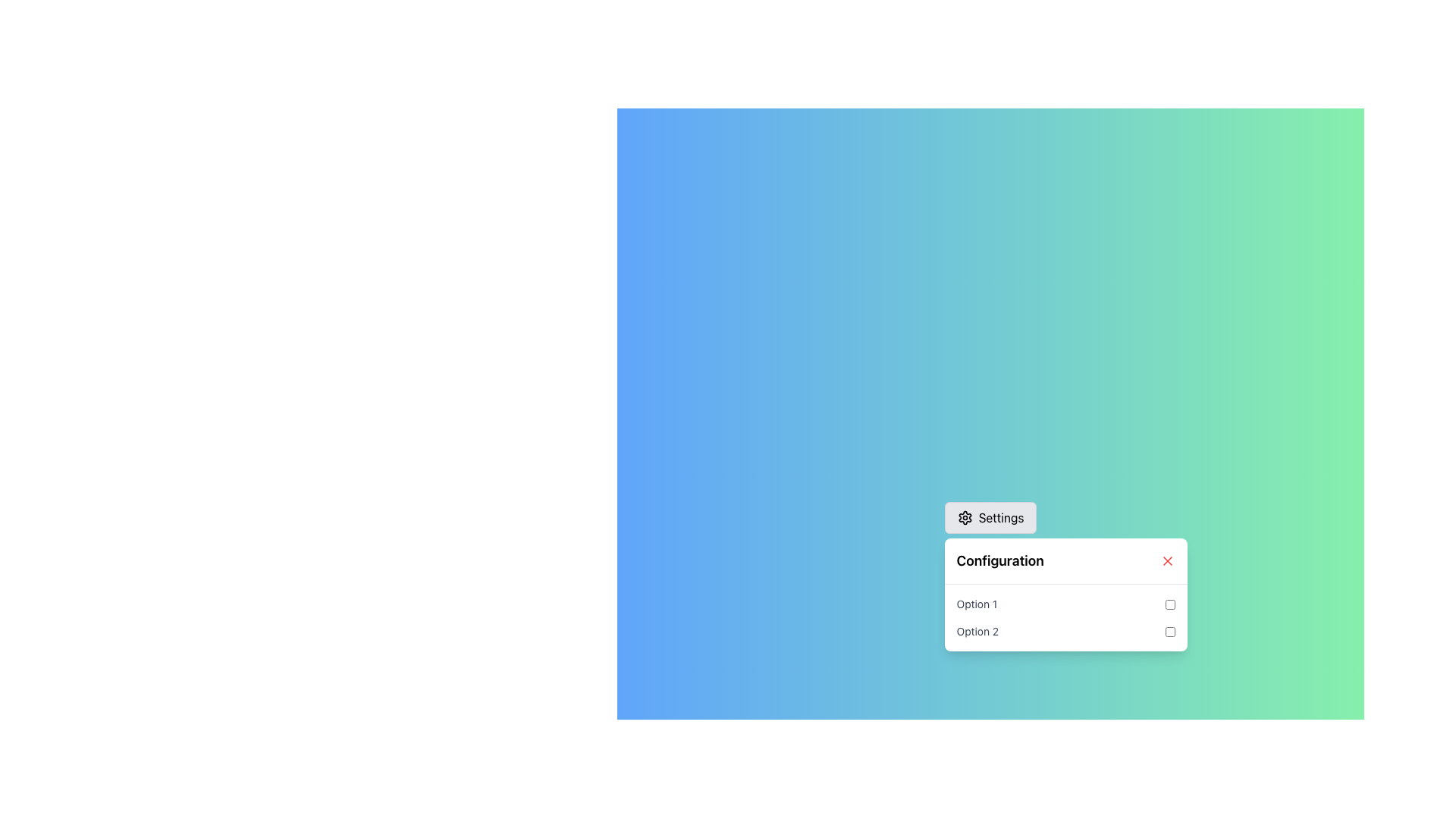 Image resolution: width=1456 pixels, height=819 pixels. I want to click on the checkbox located on the right side of the 'Option 2' label, so click(1169, 632).